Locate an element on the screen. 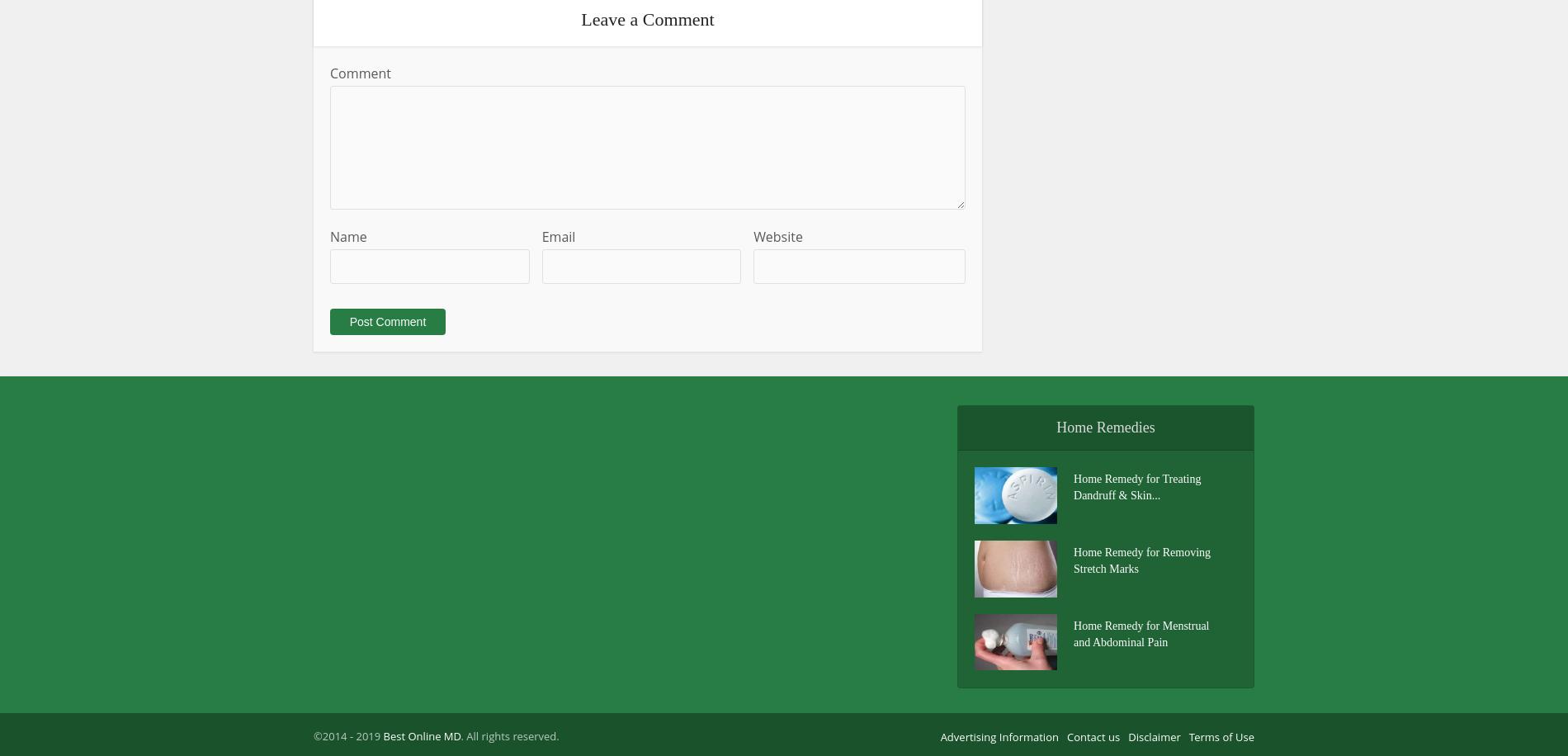  'Leave a Comment' is located at coordinates (580, 18).